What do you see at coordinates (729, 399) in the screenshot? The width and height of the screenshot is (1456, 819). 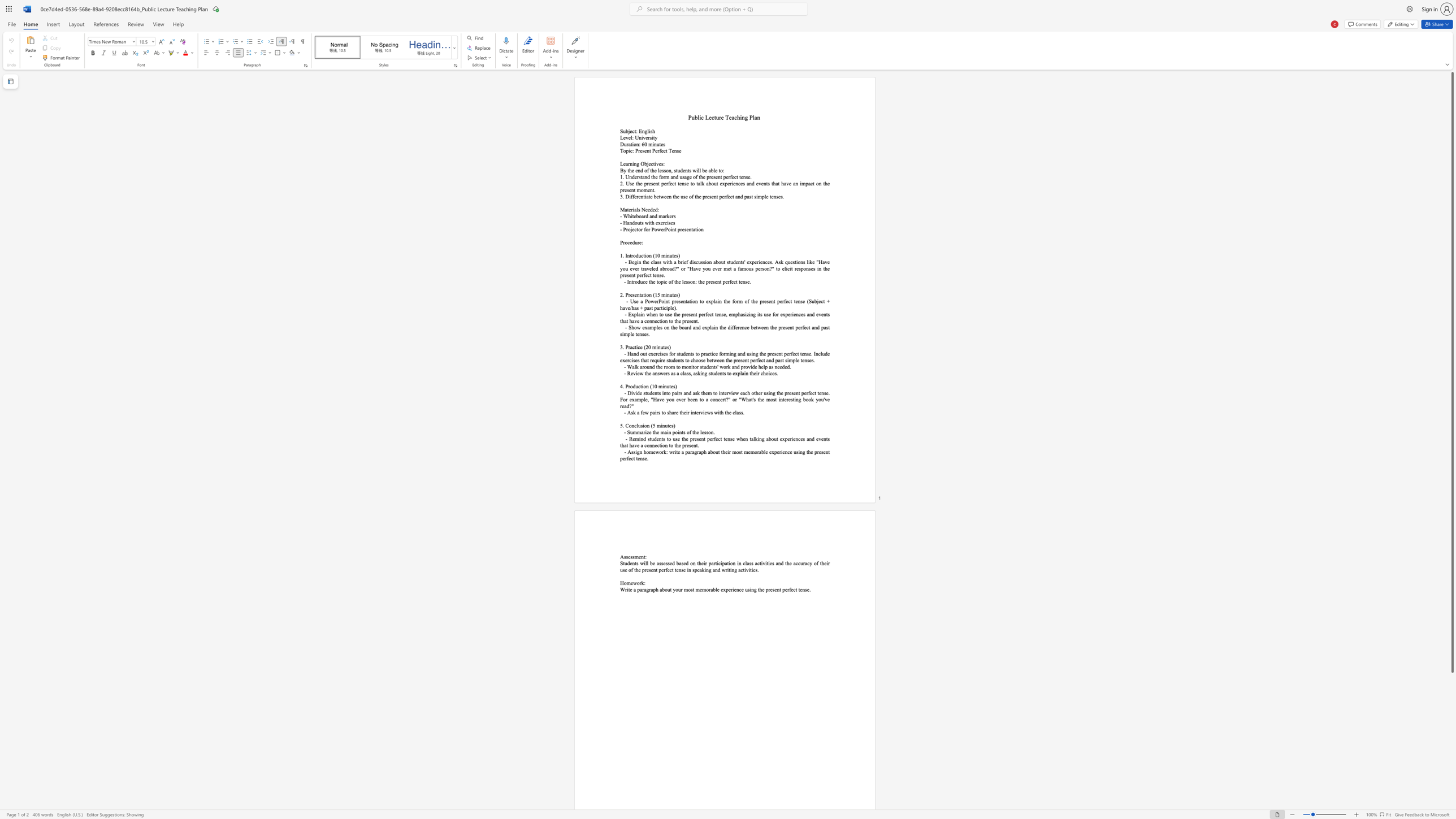 I see `the 2th character """ in the text` at bounding box center [729, 399].